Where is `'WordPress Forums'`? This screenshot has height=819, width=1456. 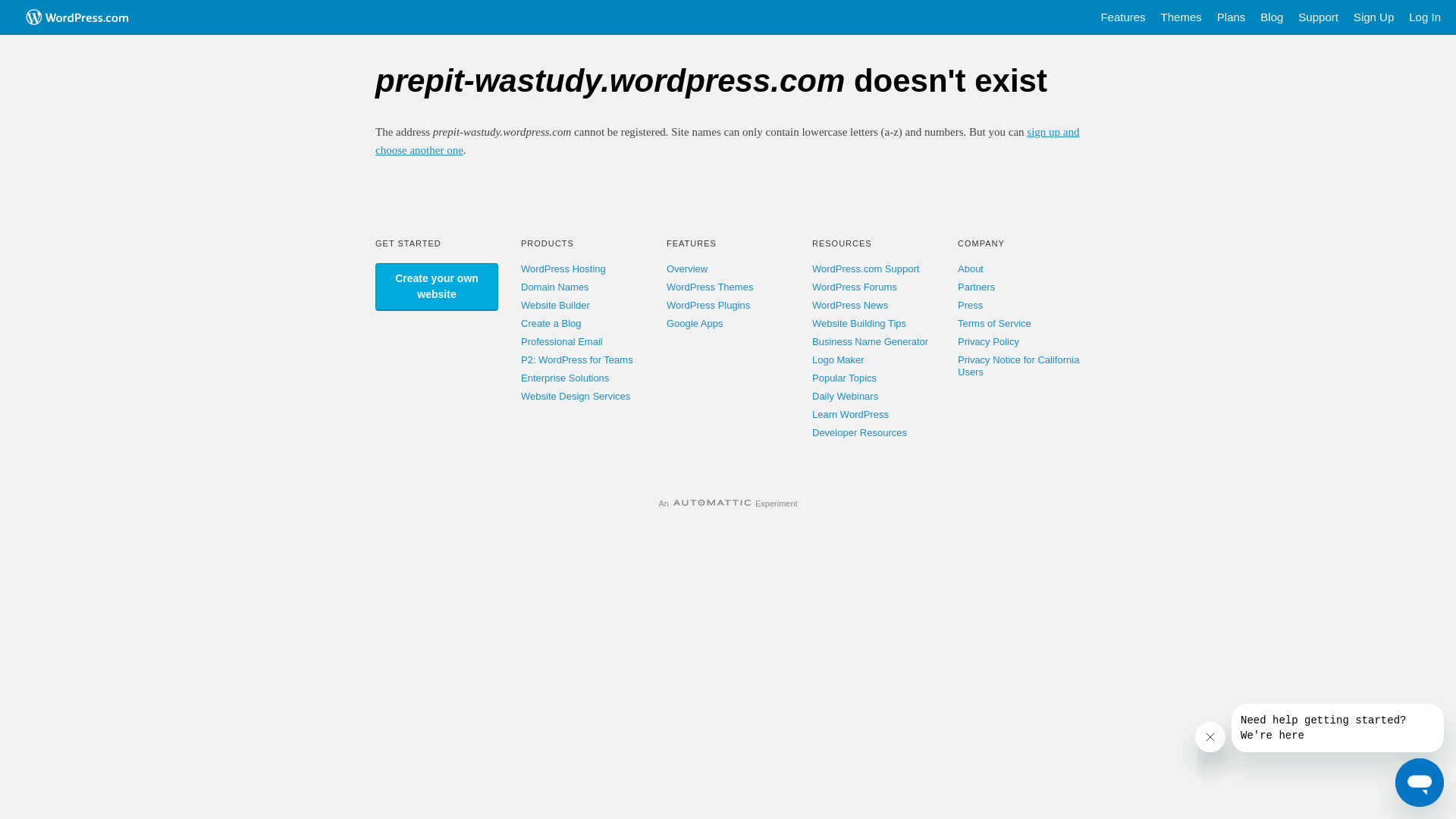
'WordPress Forums' is located at coordinates (855, 287).